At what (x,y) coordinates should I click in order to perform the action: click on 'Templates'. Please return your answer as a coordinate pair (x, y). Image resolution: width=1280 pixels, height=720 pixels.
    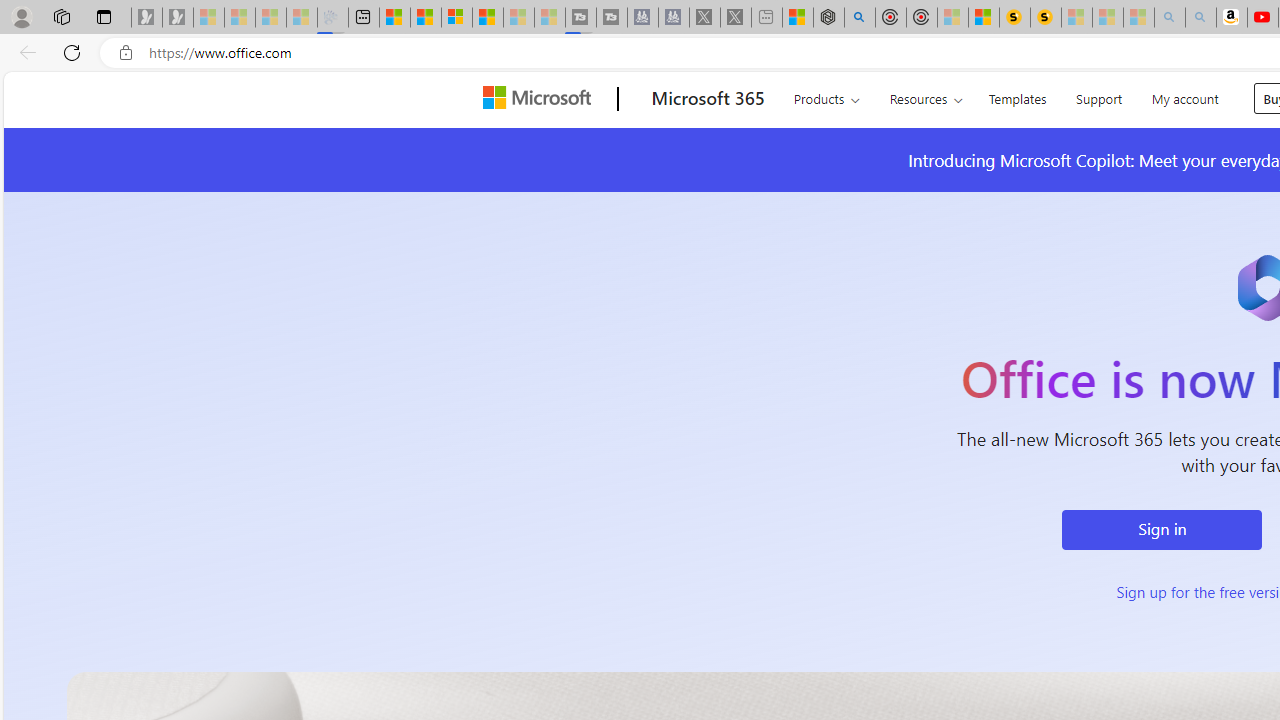
    Looking at the image, I should click on (1017, 96).